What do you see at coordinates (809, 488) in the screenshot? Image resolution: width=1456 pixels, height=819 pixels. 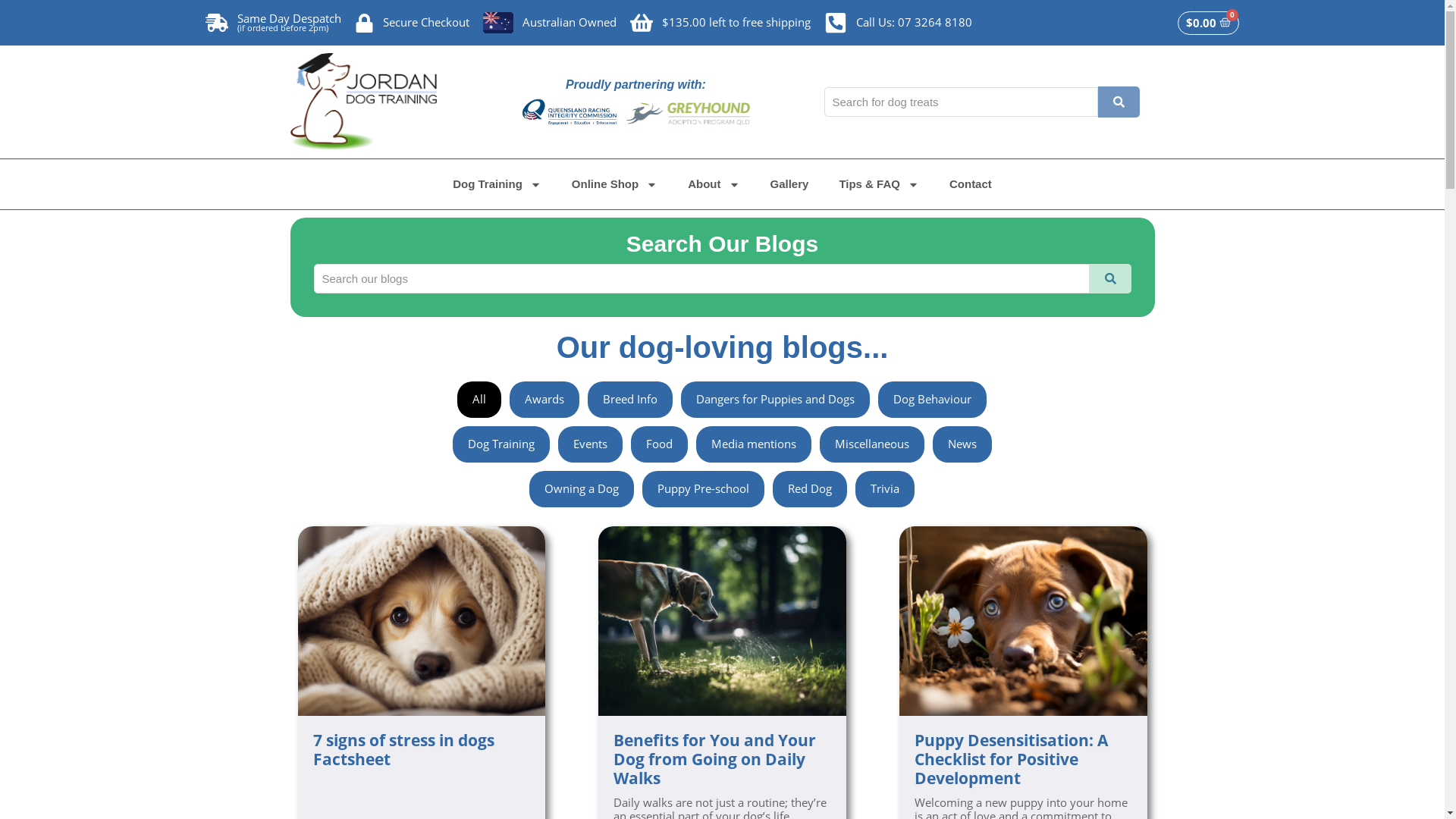 I see `'Red Dog'` at bounding box center [809, 488].